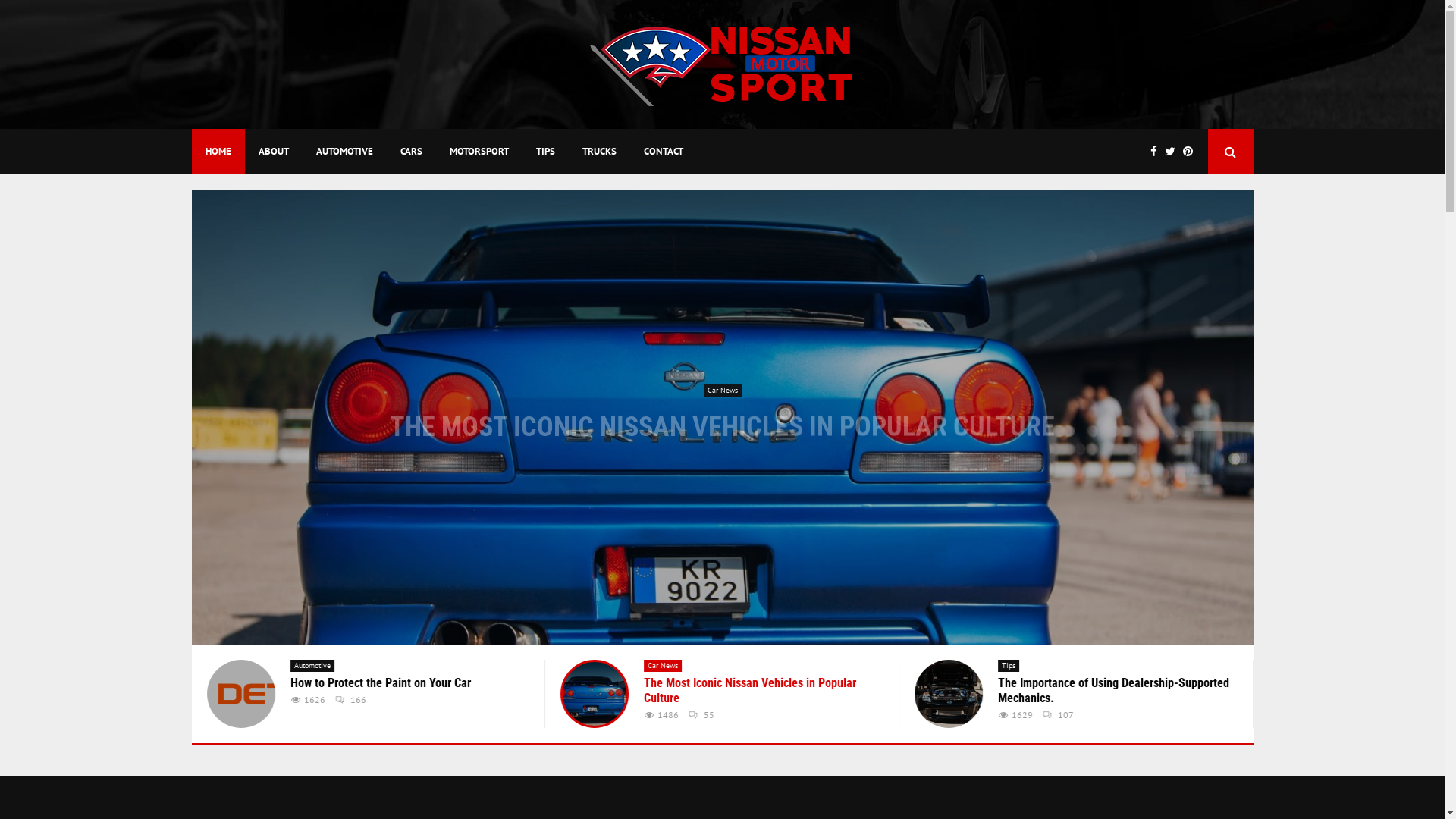 This screenshot has height=819, width=1456. I want to click on 'CARS', so click(411, 152).